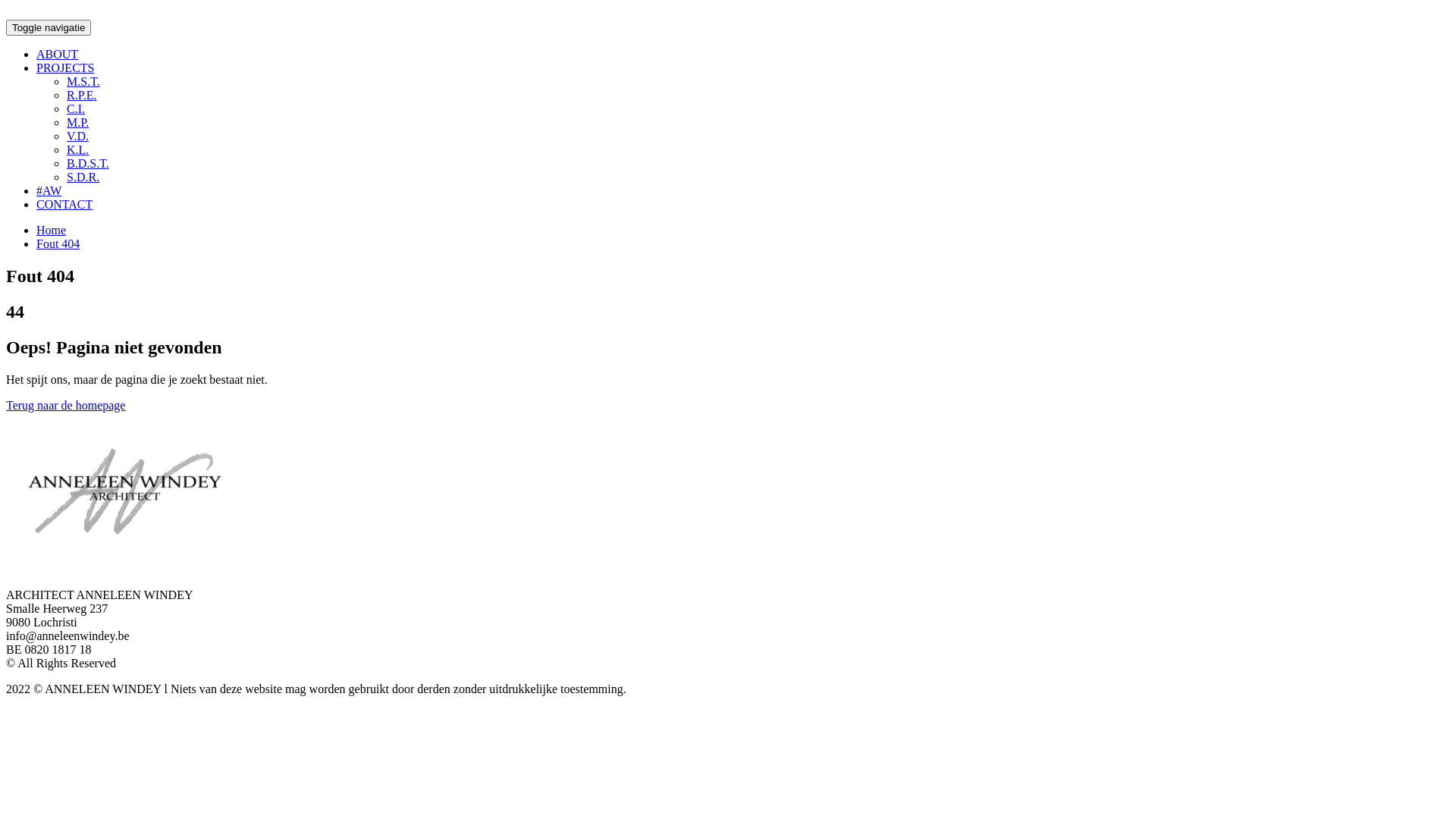 This screenshot has height=819, width=1456. Describe the element at coordinates (5, 5) in the screenshot. I see `'Doorgaan naar inhoud'` at that location.